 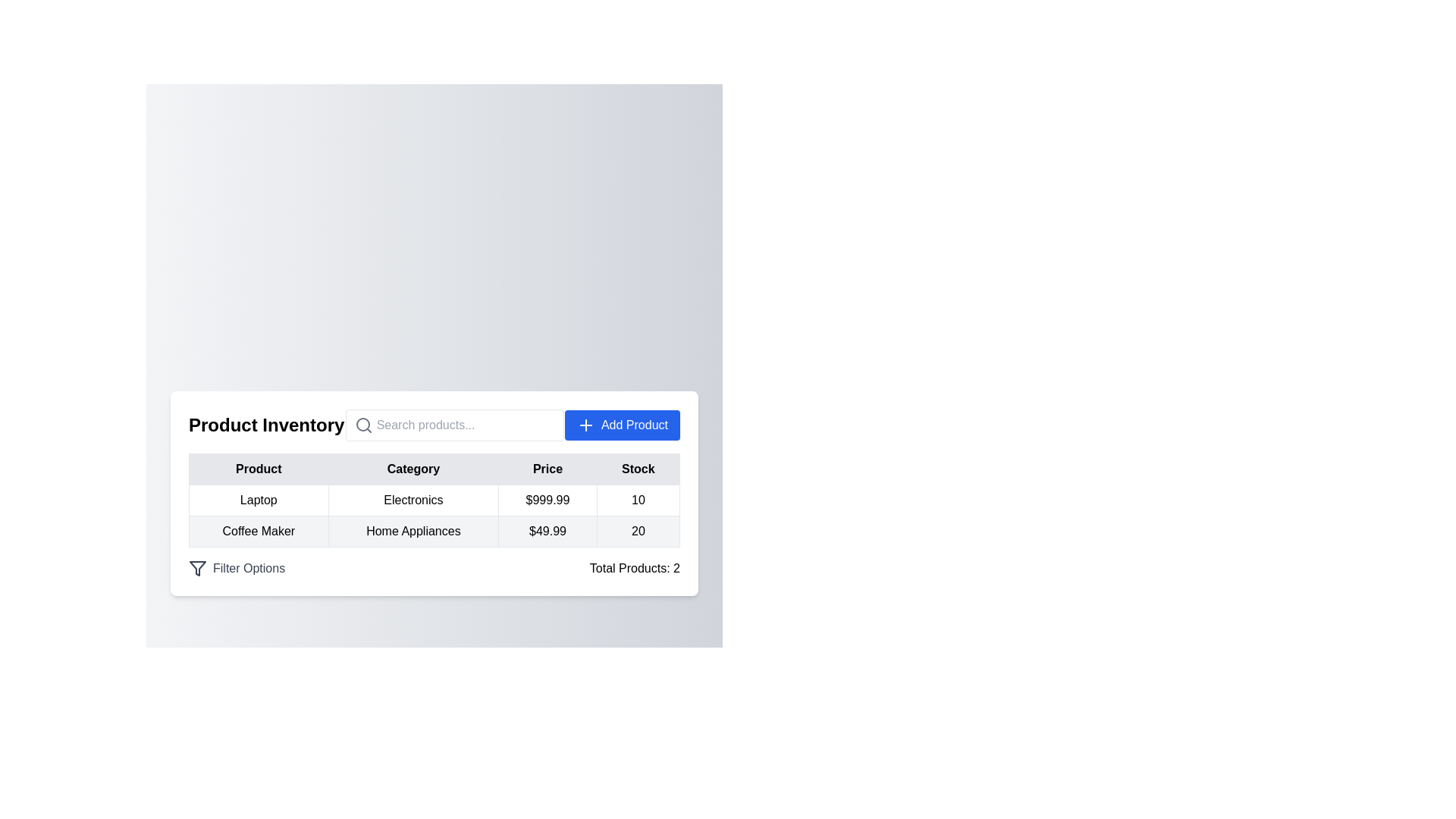 What do you see at coordinates (433, 494) in the screenshot?
I see `the table cell containing the text 'Electronics', which is located under the 'Category' header in the 'Product Inventory' table` at bounding box center [433, 494].